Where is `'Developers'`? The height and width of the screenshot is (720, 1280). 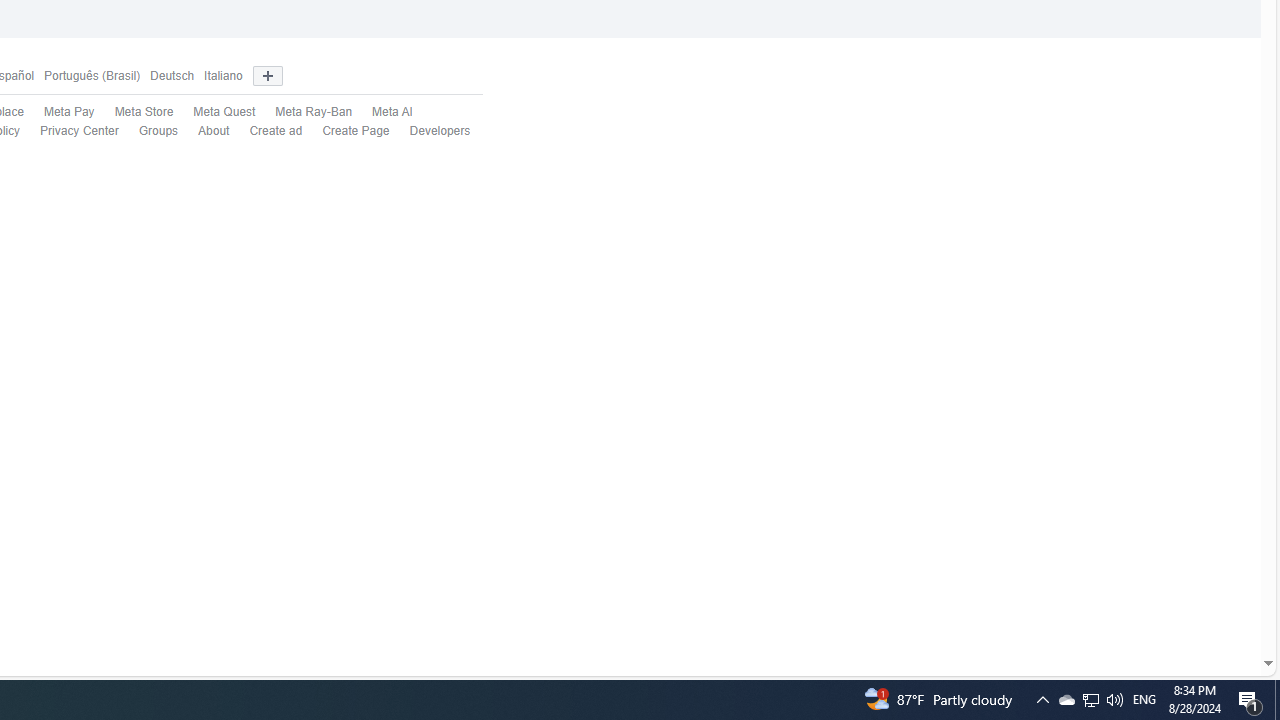 'Developers' is located at coordinates (439, 131).